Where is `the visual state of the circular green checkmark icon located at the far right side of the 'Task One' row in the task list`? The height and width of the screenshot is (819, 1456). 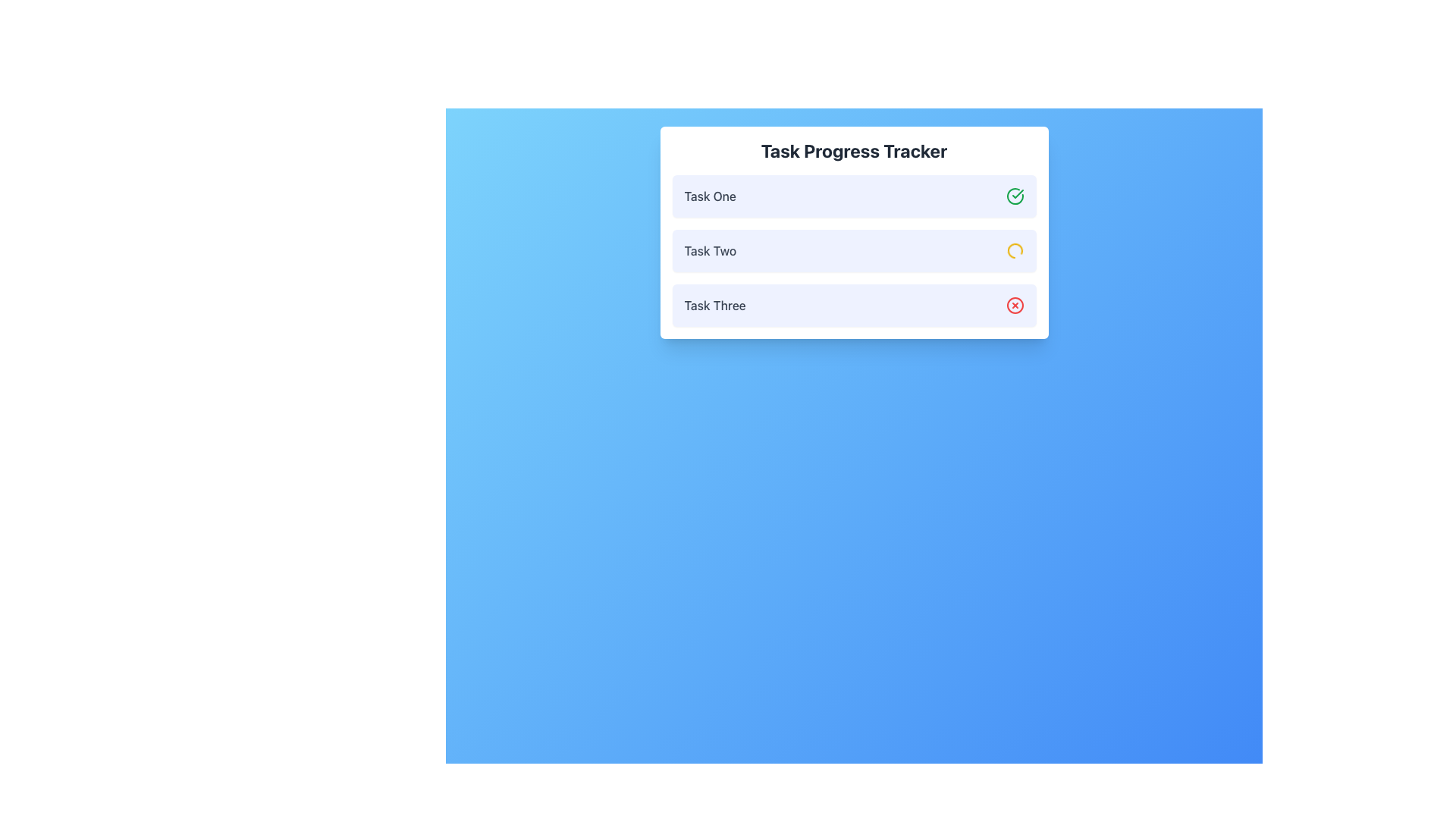 the visual state of the circular green checkmark icon located at the far right side of the 'Task One' row in the task list is located at coordinates (1015, 195).